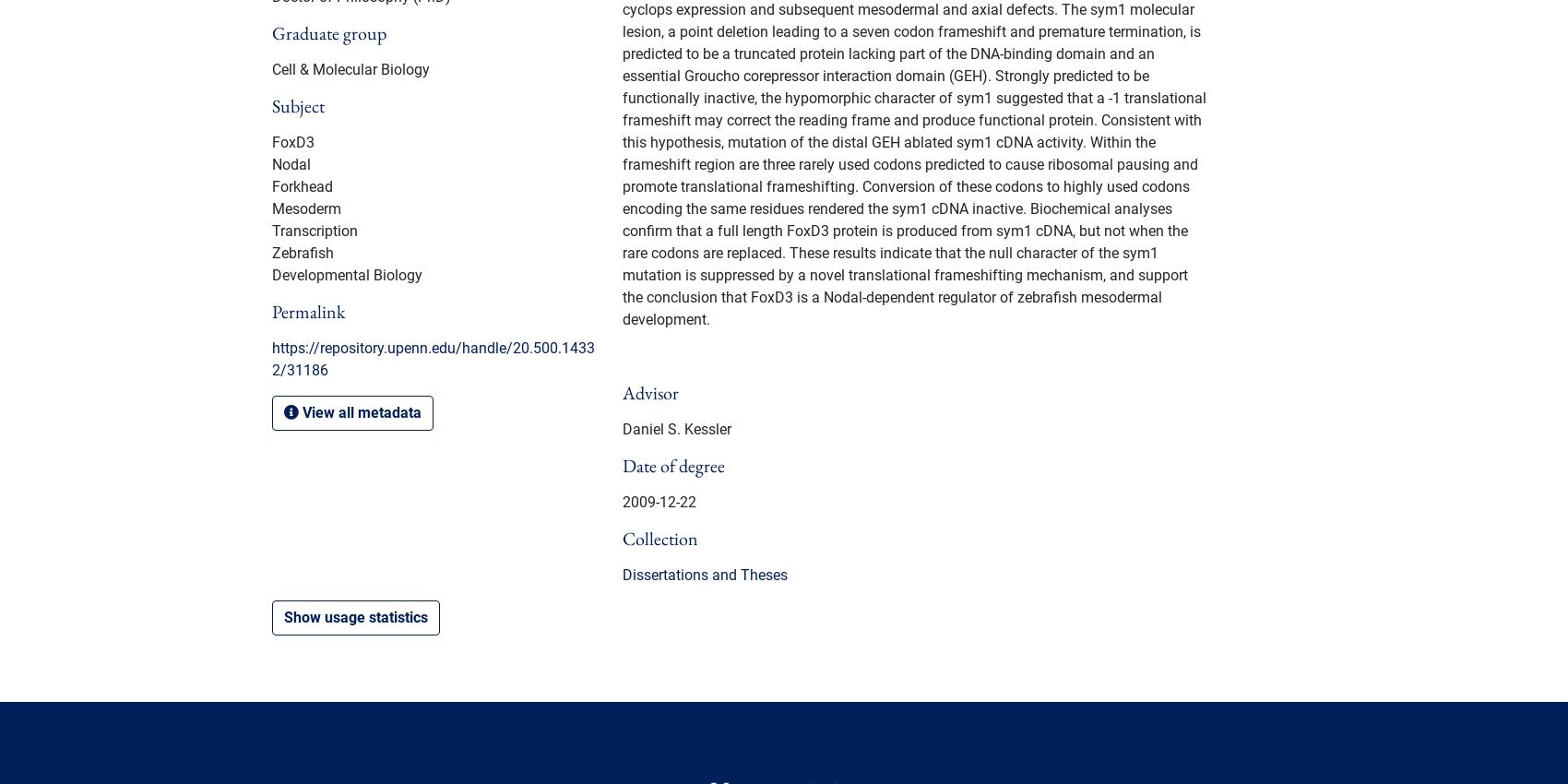 This screenshot has height=784, width=1568. What do you see at coordinates (660, 538) in the screenshot?
I see `'Collection'` at bounding box center [660, 538].